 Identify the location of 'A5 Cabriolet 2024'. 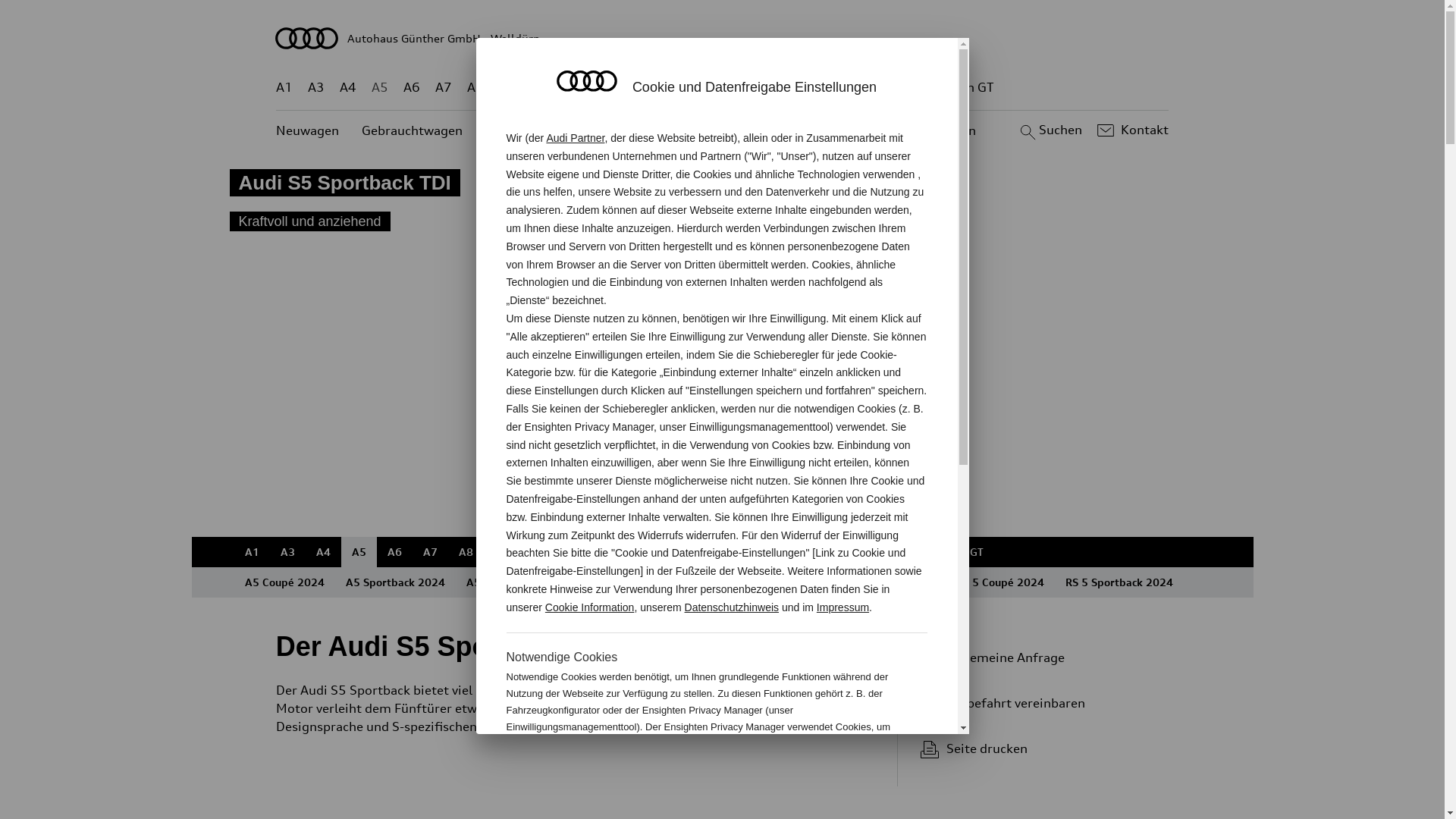
(454, 581).